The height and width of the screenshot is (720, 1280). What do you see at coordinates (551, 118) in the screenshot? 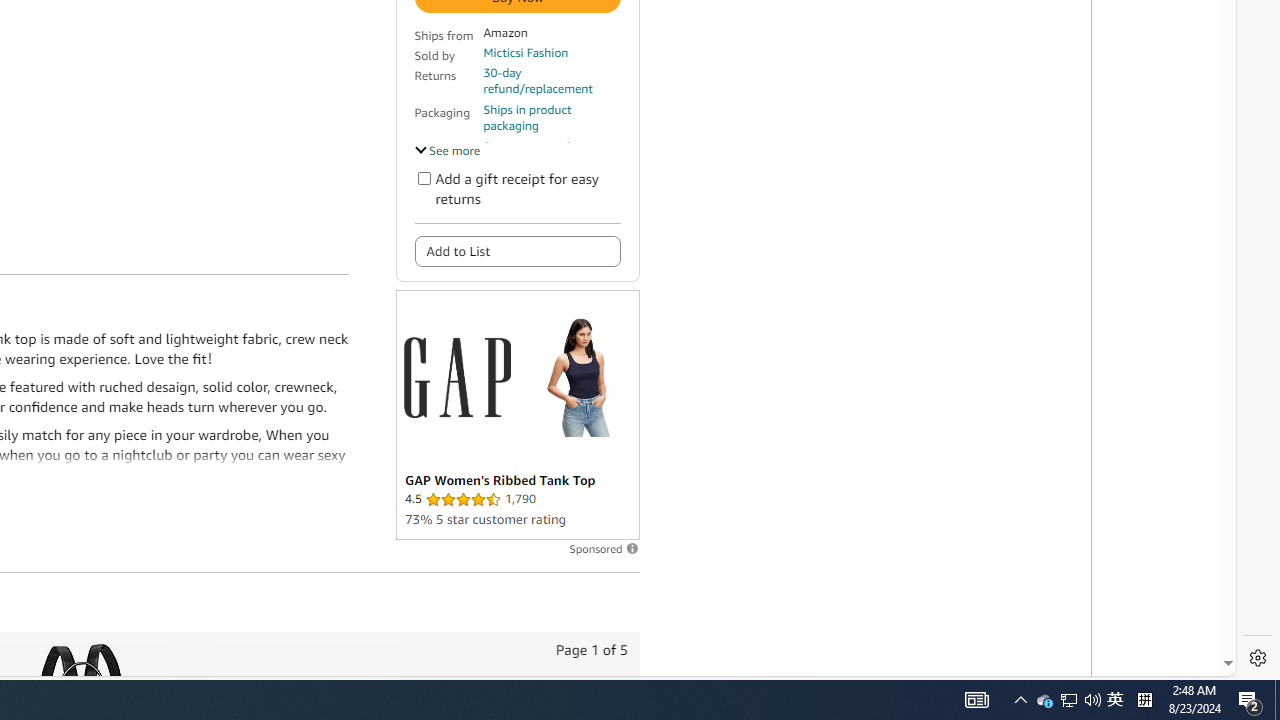
I see `'Ships in product packaging'` at bounding box center [551, 118].